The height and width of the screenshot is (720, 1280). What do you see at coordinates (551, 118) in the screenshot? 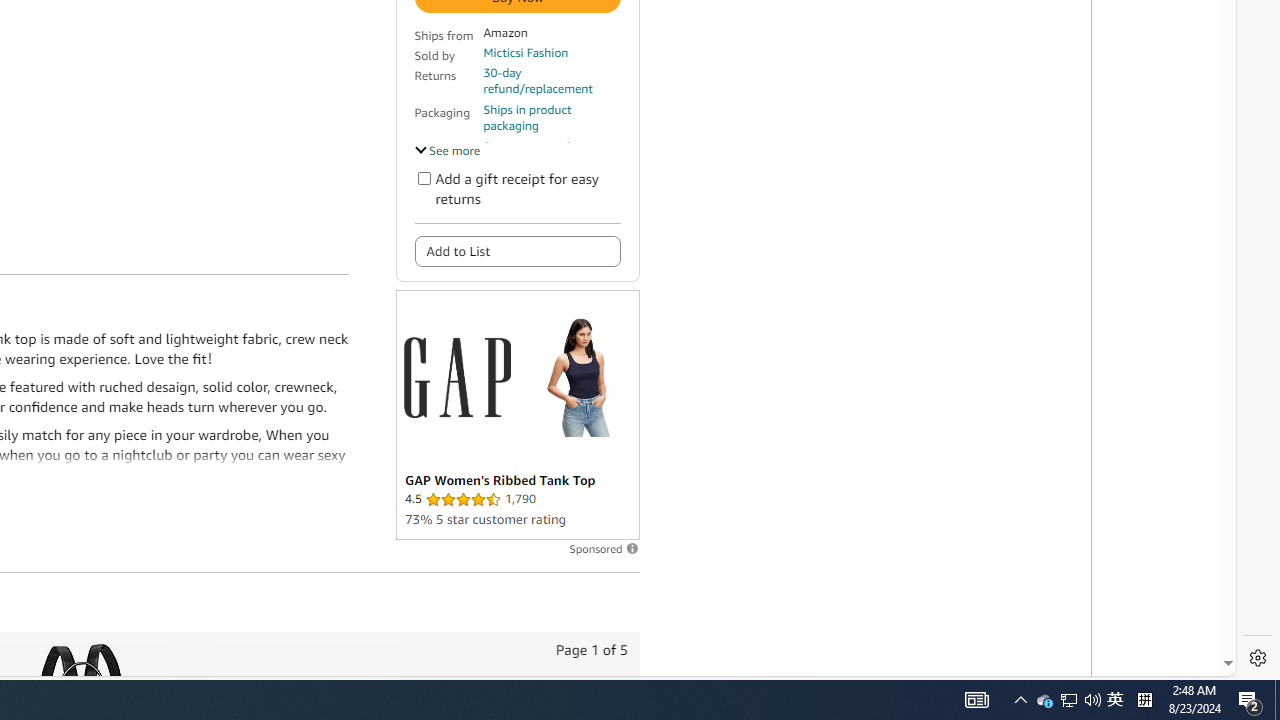
I see `'Ships in product packaging'` at bounding box center [551, 118].